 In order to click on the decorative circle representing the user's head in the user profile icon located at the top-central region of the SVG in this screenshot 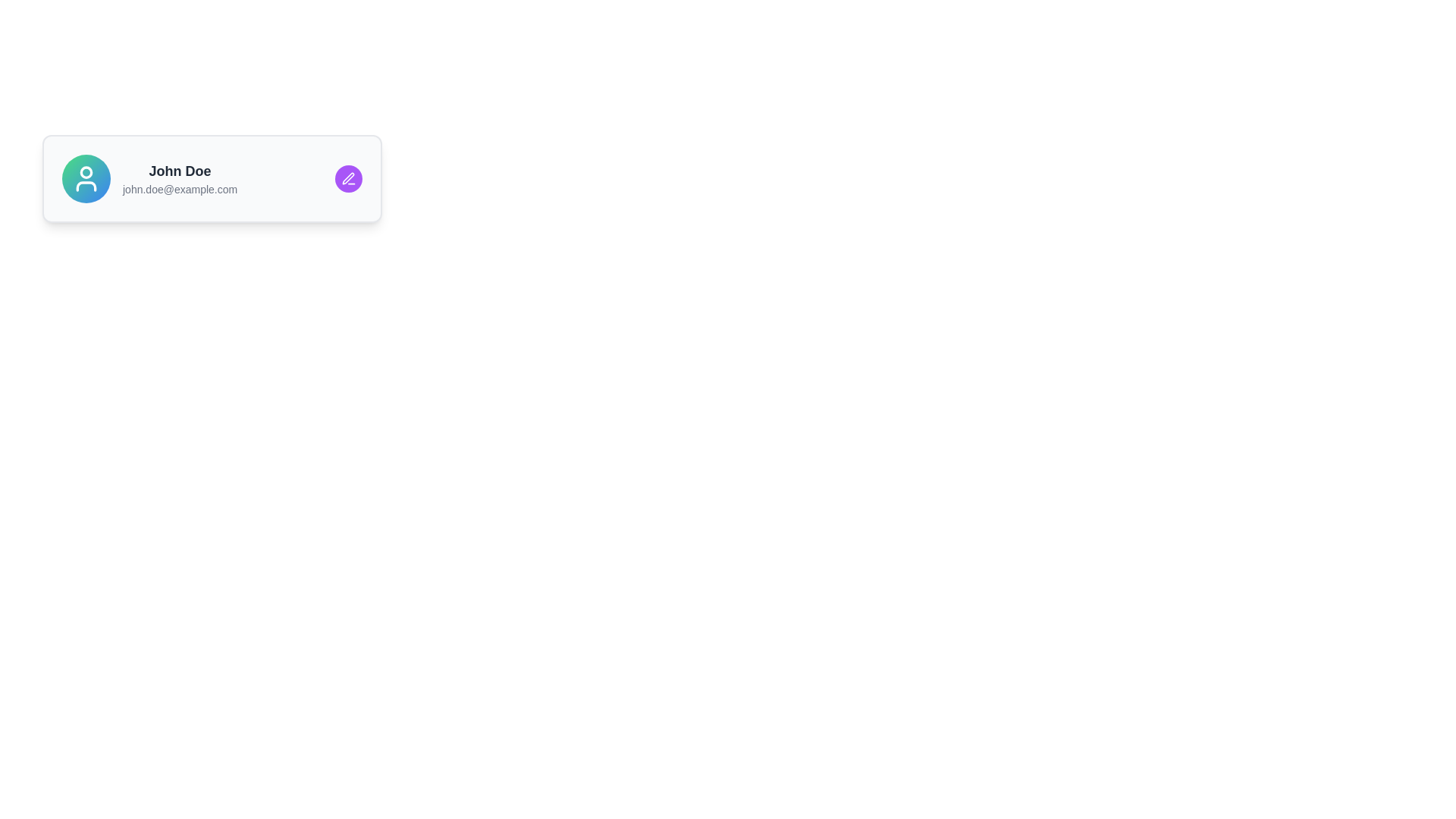, I will do `click(86, 171)`.